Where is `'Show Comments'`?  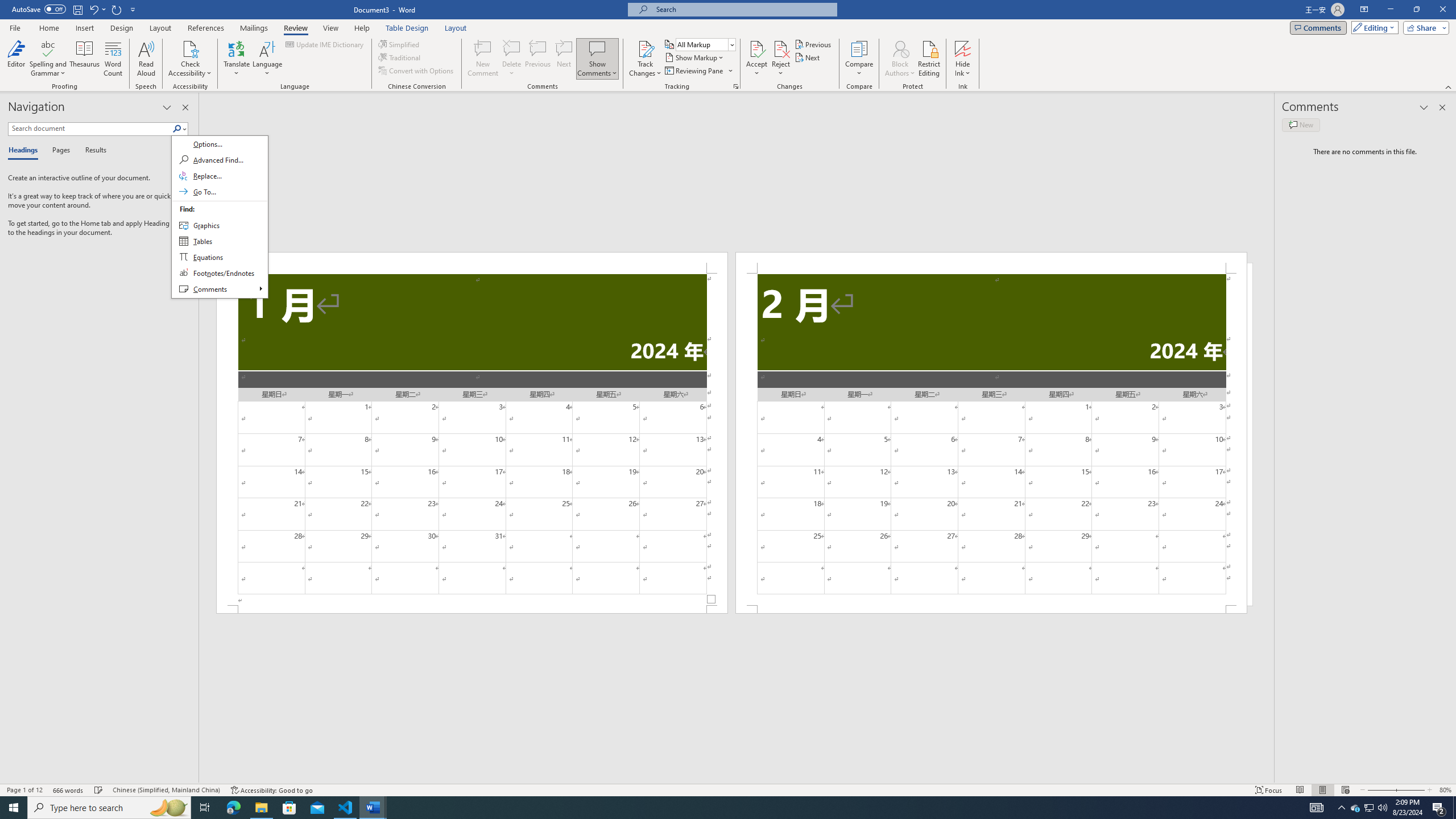
'Show Comments' is located at coordinates (597, 48).